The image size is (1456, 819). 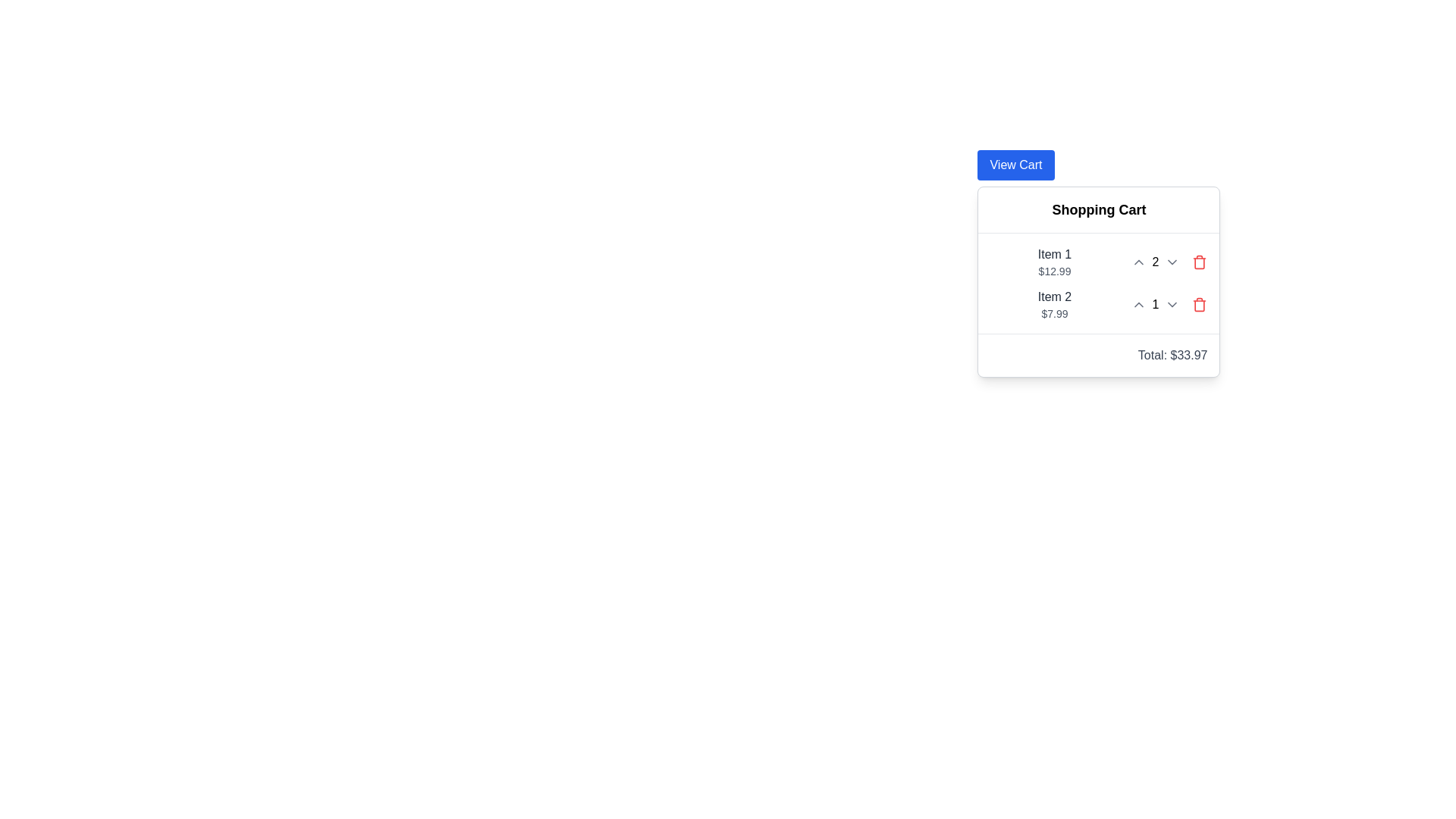 What do you see at coordinates (1054, 262) in the screenshot?
I see `the Text label displaying the name and price of the first item in the shopping cart interface` at bounding box center [1054, 262].